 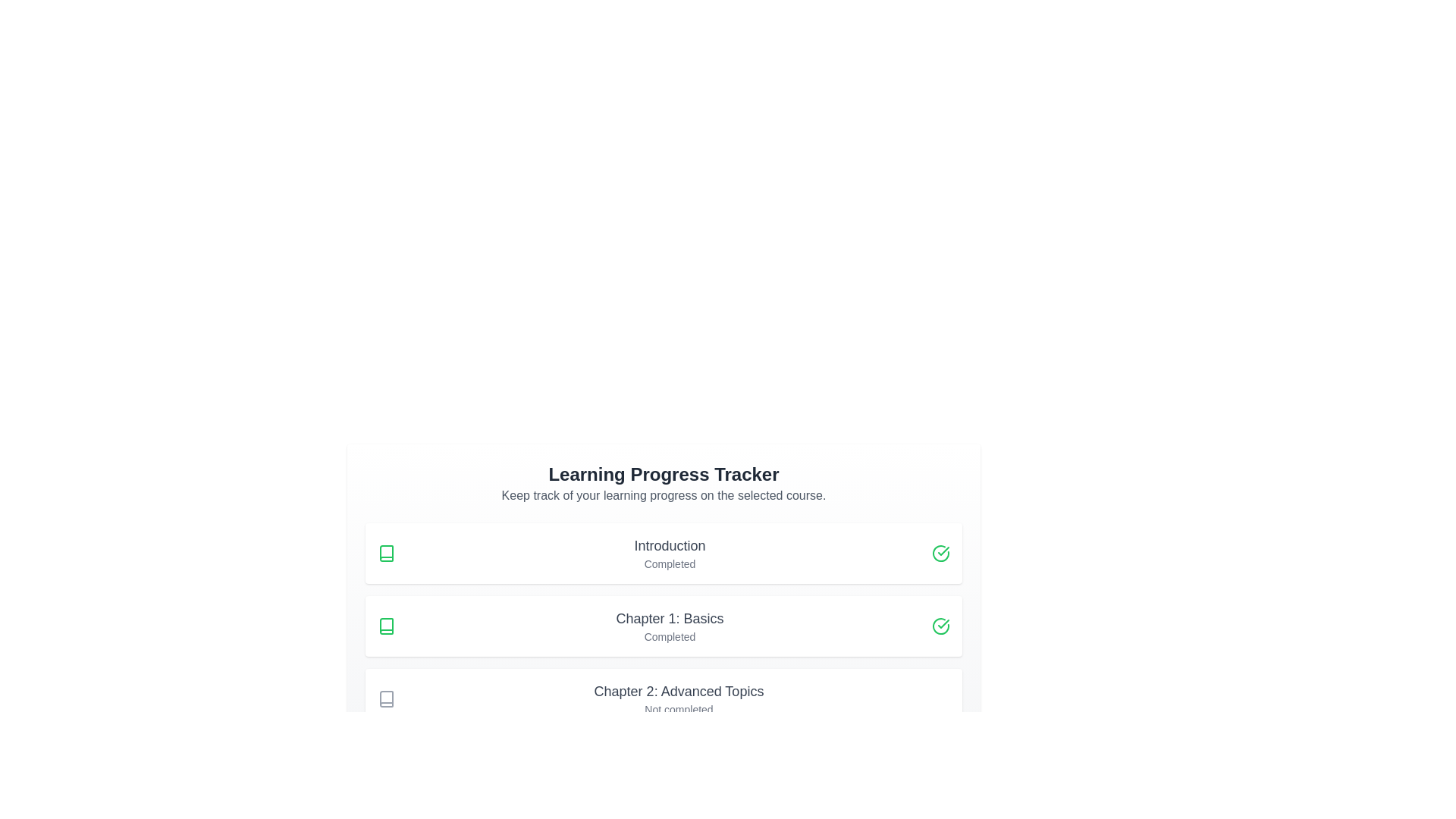 I want to click on the 'Introduction' text label in the Learning Progress Tracker interface, which is styled with a medium-sized bold gray font and is centrally aligned within its white background, located above the 'Completed' text, so click(x=669, y=546).